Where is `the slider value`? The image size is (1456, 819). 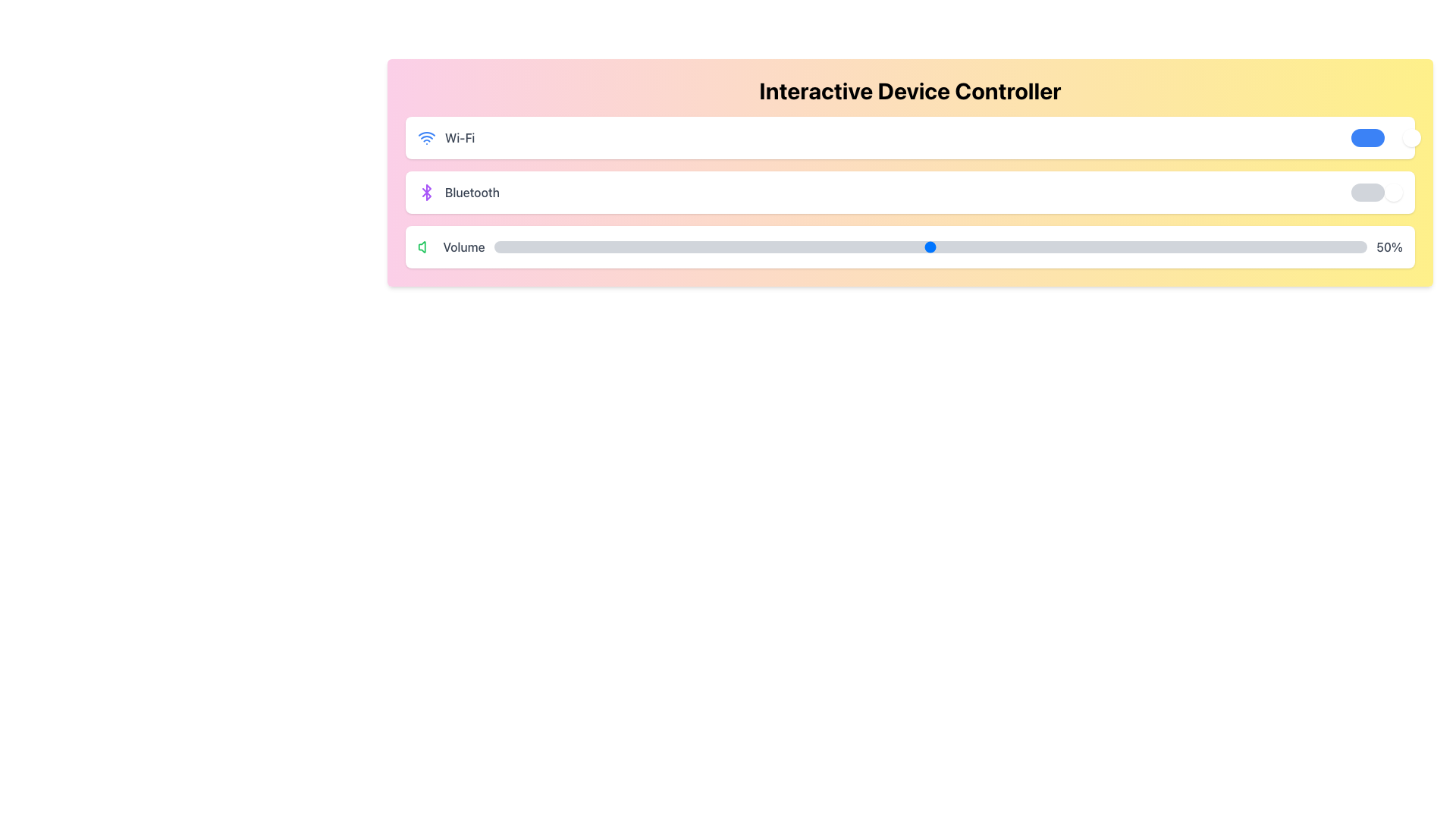
the slider value is located at coordinates (747, 240).